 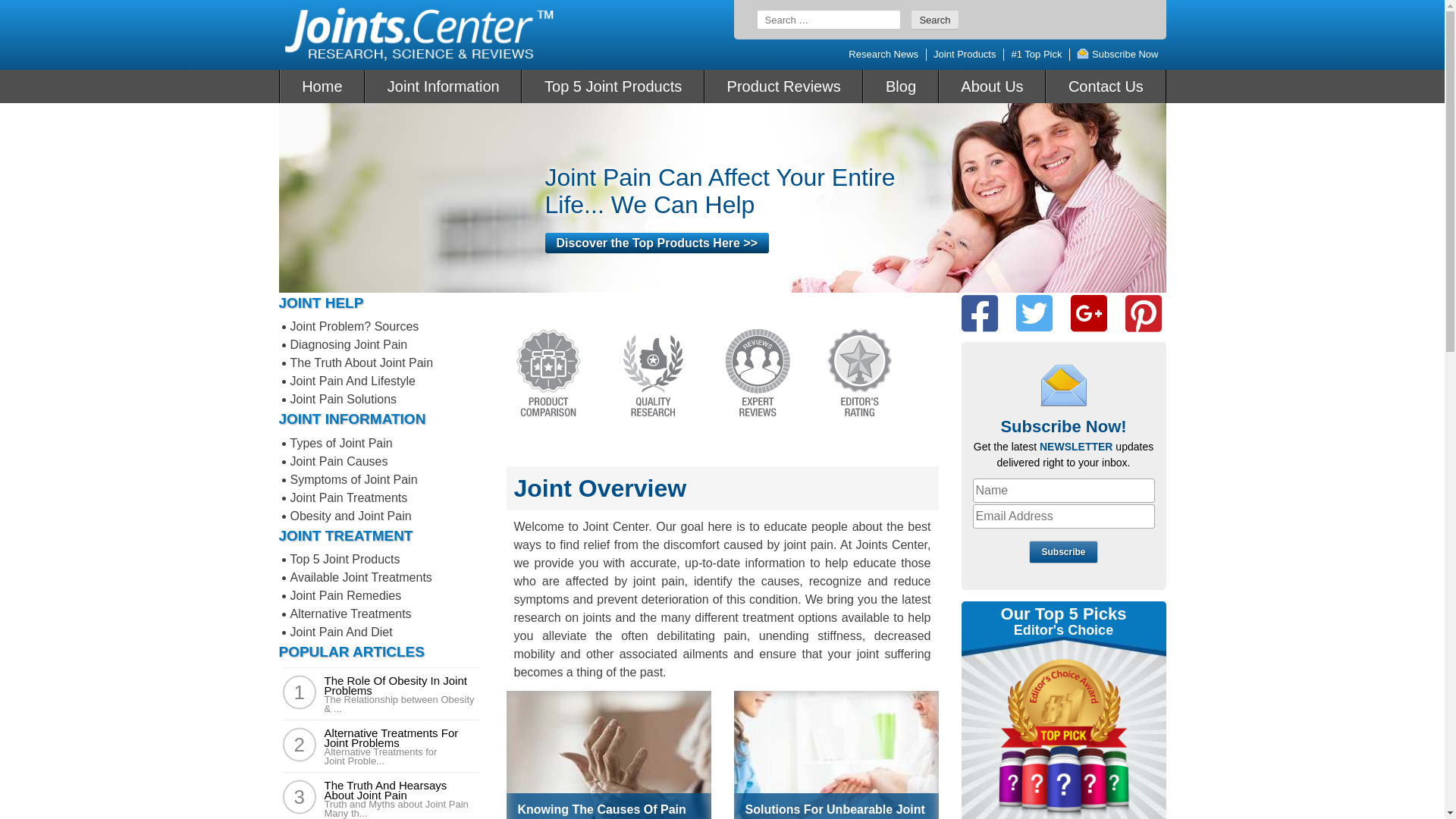 I want to click on 'Joint Products', so click(x=964, y=54).